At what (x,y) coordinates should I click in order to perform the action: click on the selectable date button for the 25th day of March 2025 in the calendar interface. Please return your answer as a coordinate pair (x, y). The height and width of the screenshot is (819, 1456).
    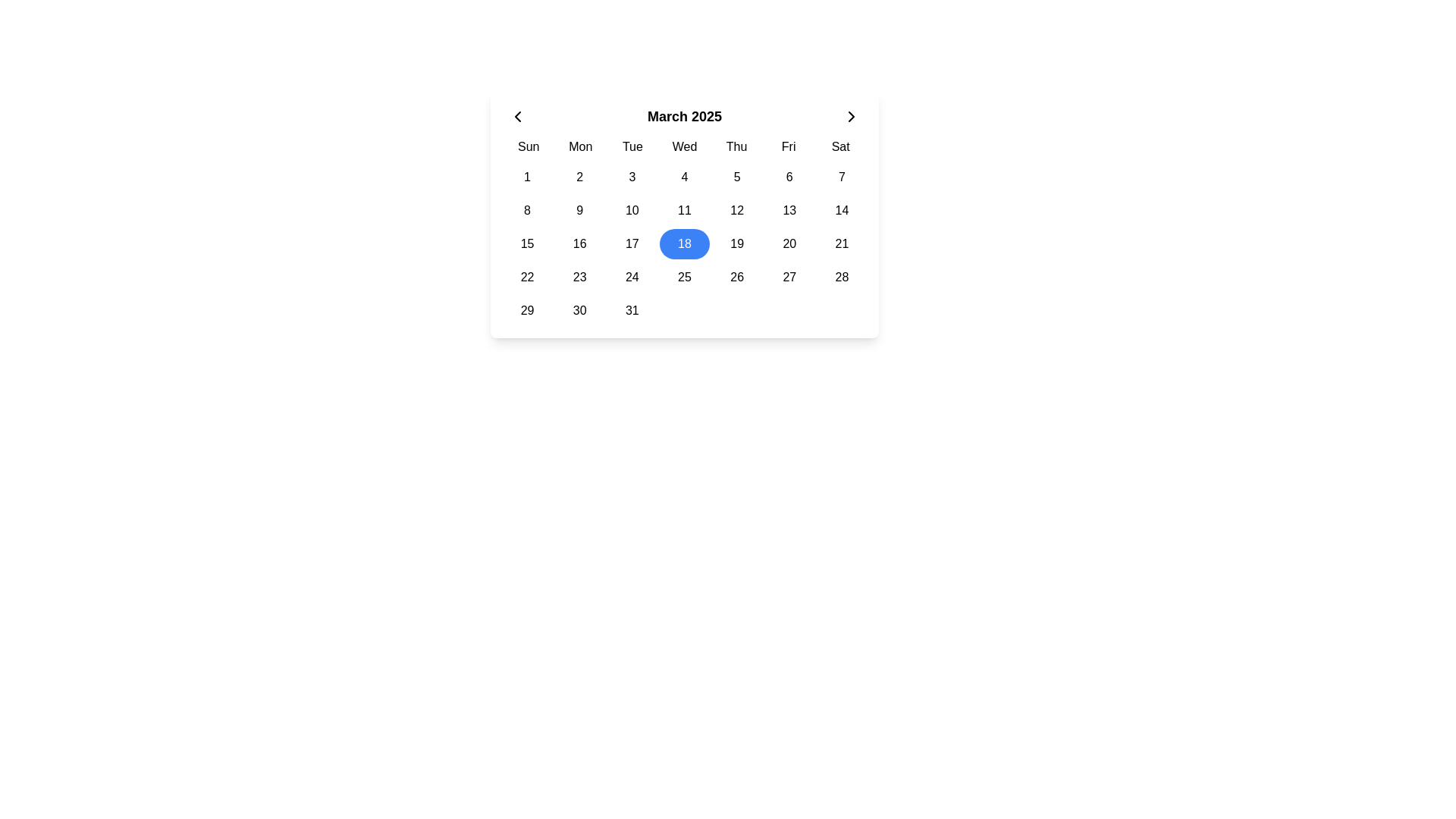
    Looking at the image, I should click on (683, 278).